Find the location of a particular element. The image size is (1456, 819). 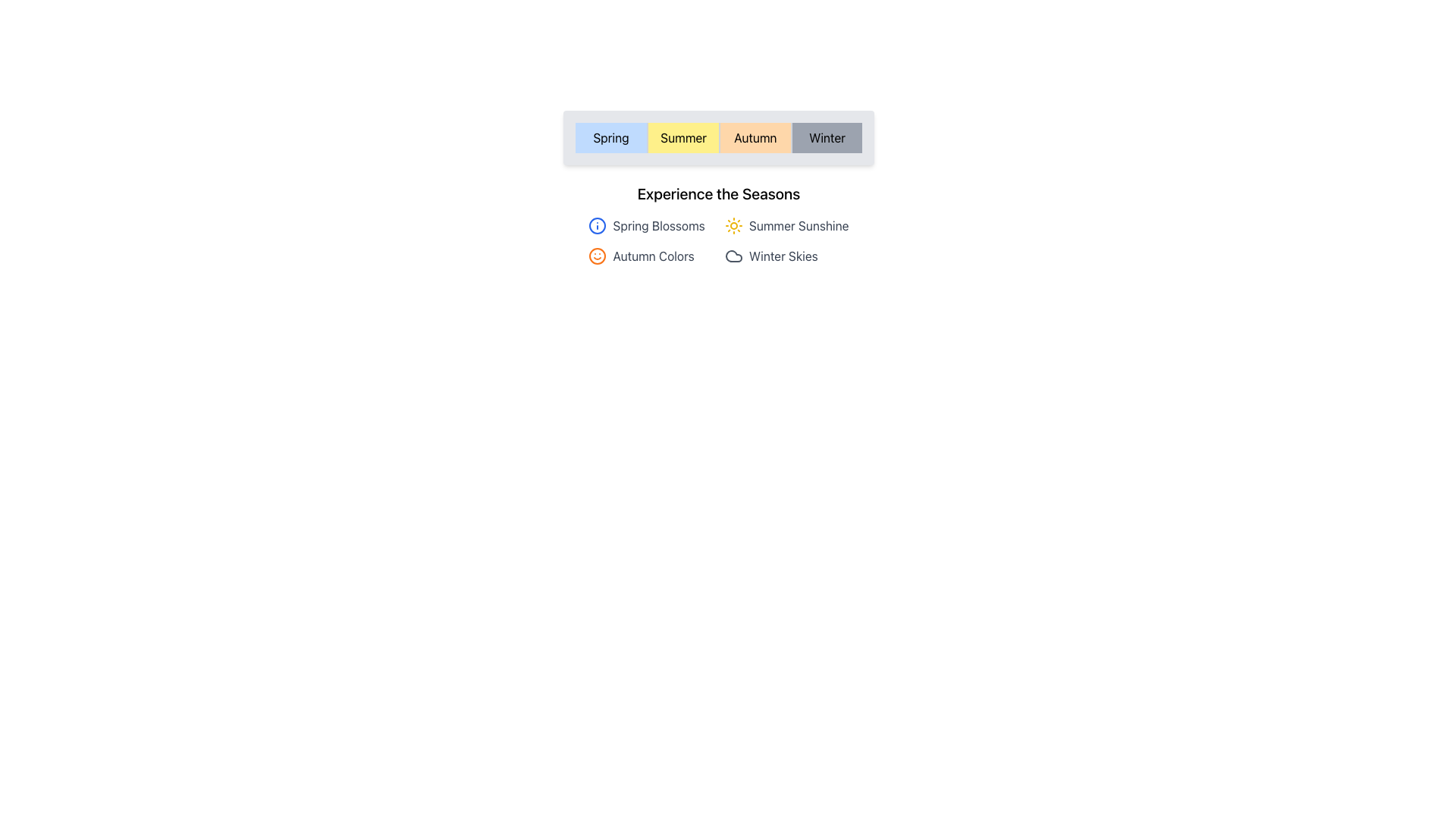

the text element that represents the concept of autumn, located beneath the 'Experience the Seasons' section and to the right of an orange smiling face icon is located at coordinates (654, 256).